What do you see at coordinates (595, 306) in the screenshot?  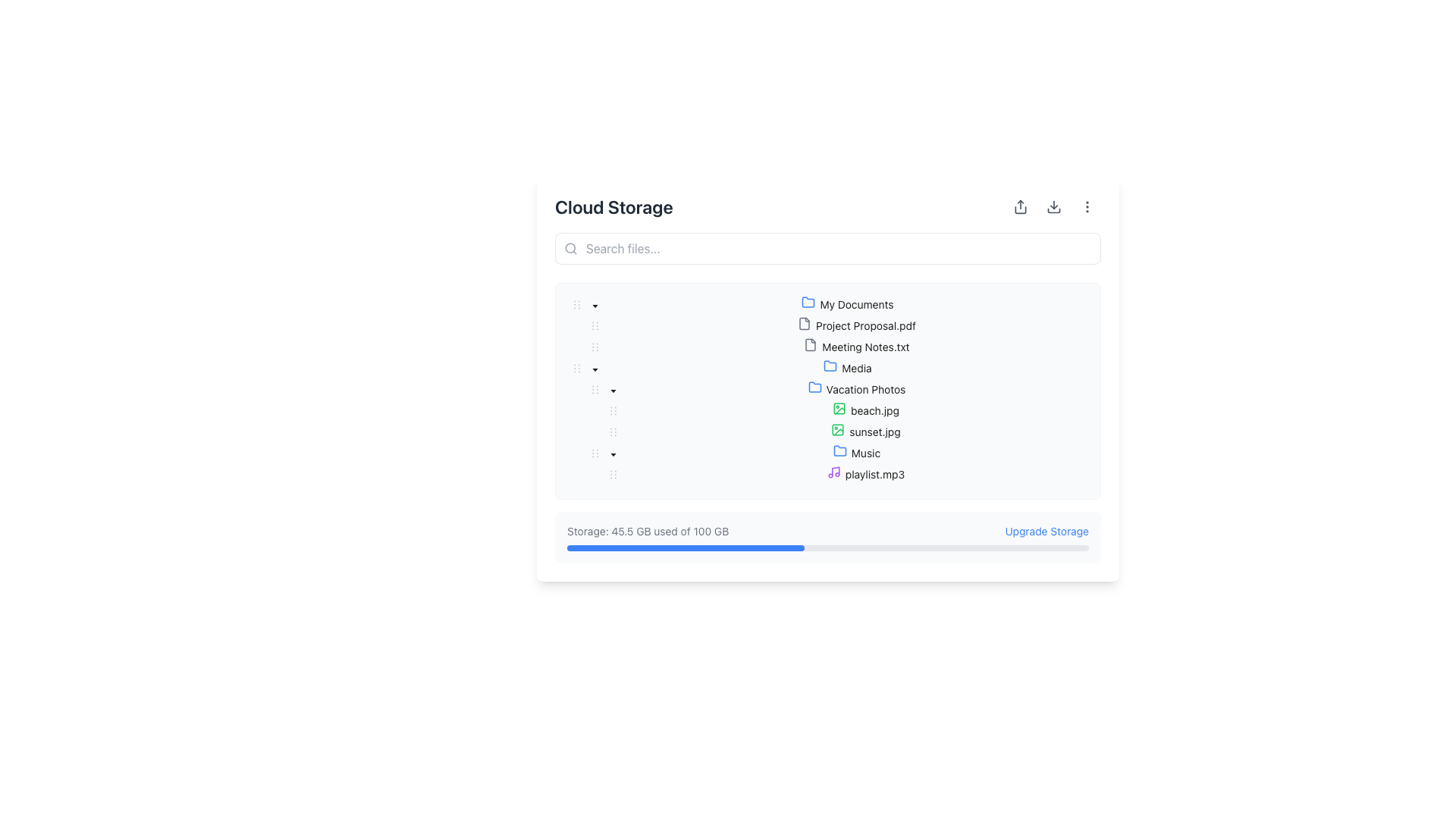 I see `the toggle icon for the 'Vacation Photos' category` at bounding box center [595, 306].